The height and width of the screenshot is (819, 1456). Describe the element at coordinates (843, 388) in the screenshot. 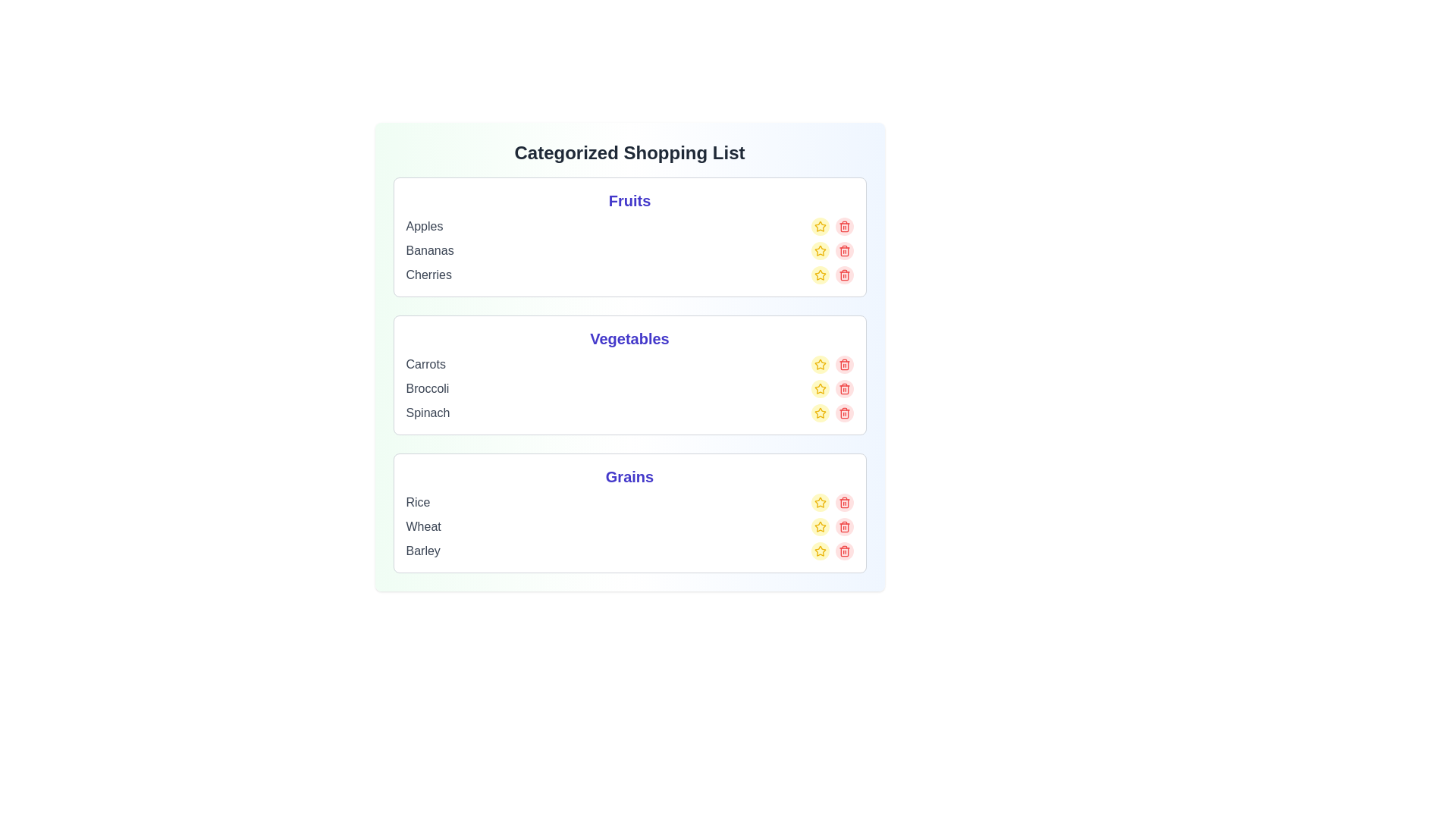

I see `the delete button for the item Broccoli` at that location.